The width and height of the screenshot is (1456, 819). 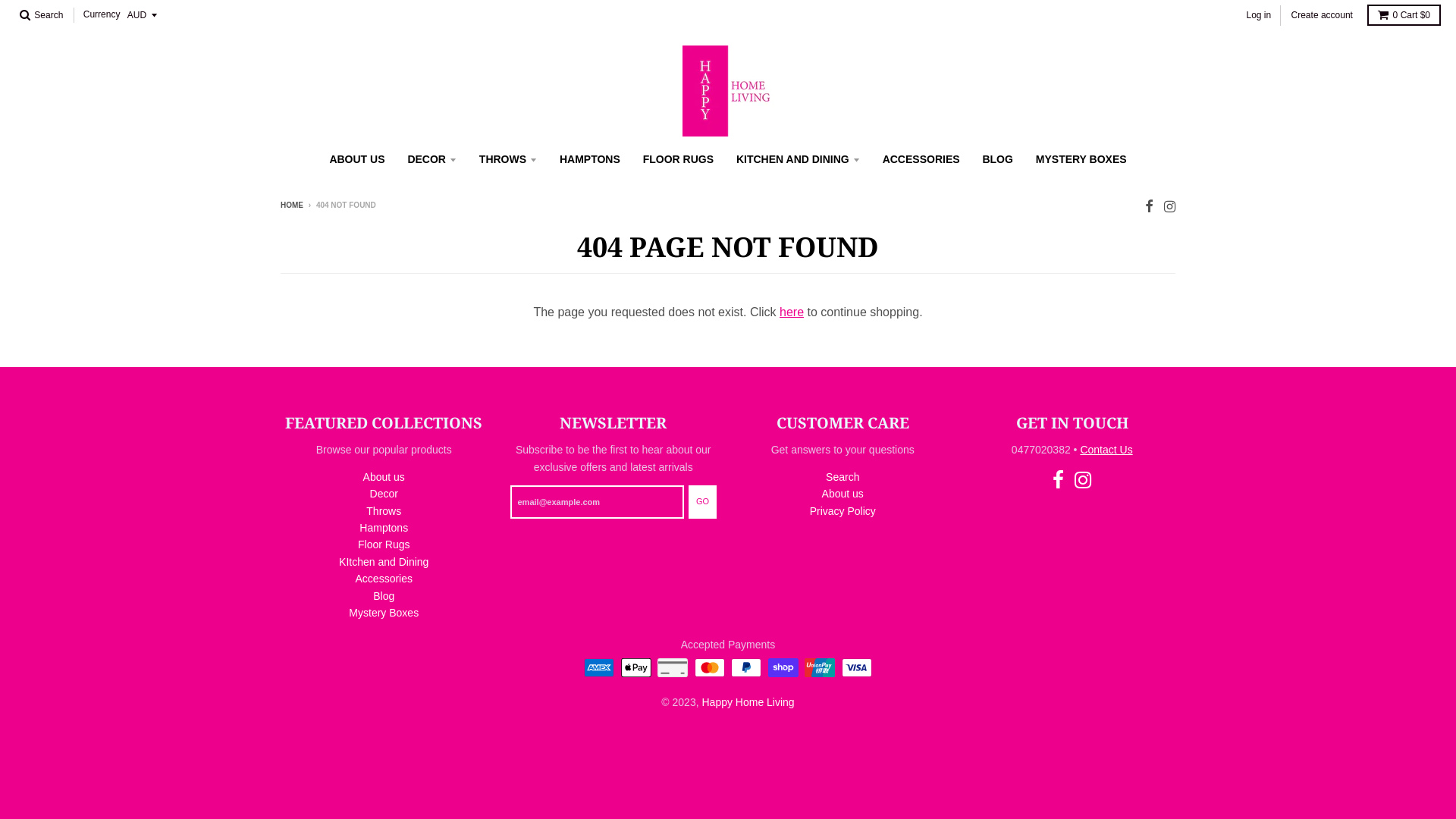 I want to click on 'About us', so click(x=384, y=475).